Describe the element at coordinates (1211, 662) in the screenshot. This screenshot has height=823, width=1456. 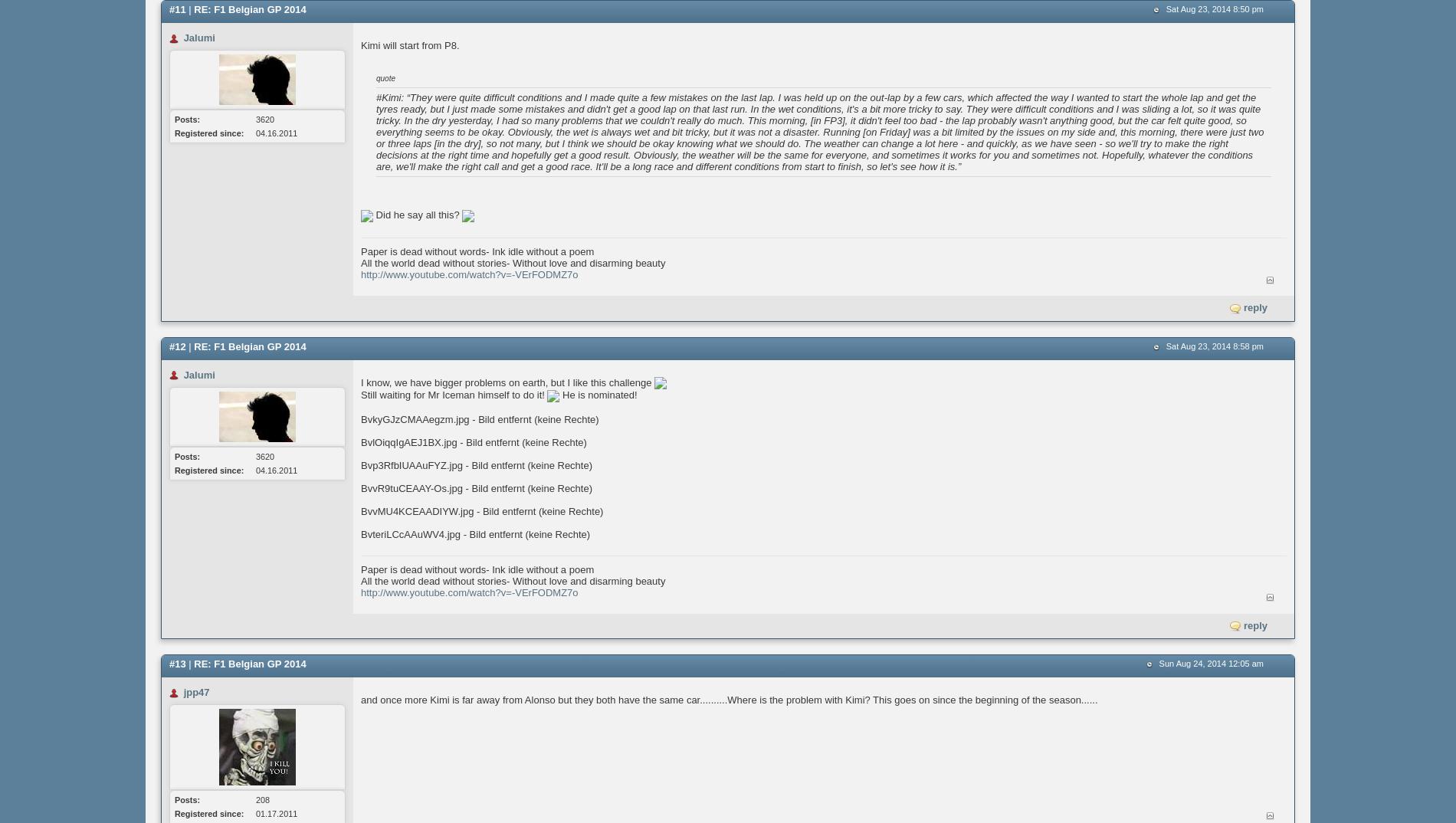
I see `'Sun Aug 24, 2014 12:05 am'` at that location.